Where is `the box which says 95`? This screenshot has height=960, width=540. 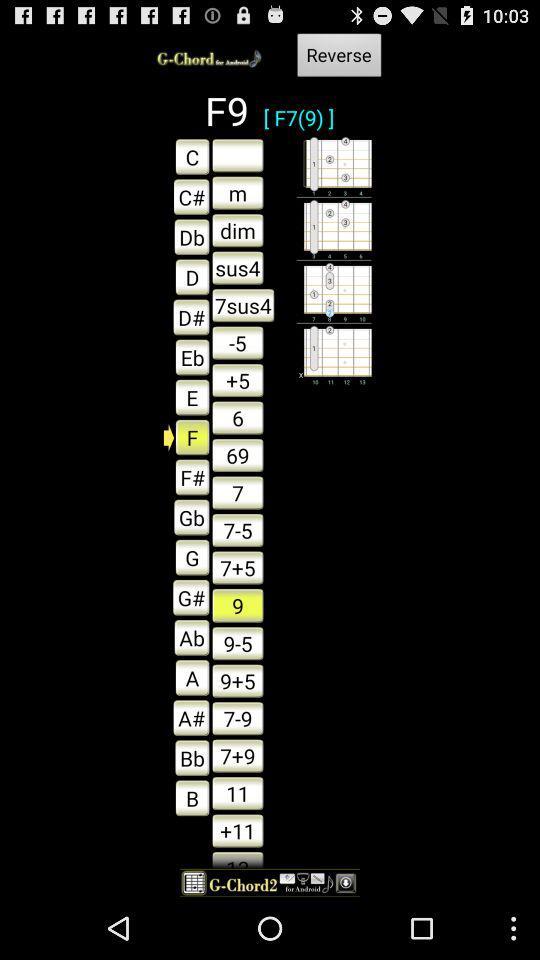
the box which says 95 is located at coordinates (237, 681).